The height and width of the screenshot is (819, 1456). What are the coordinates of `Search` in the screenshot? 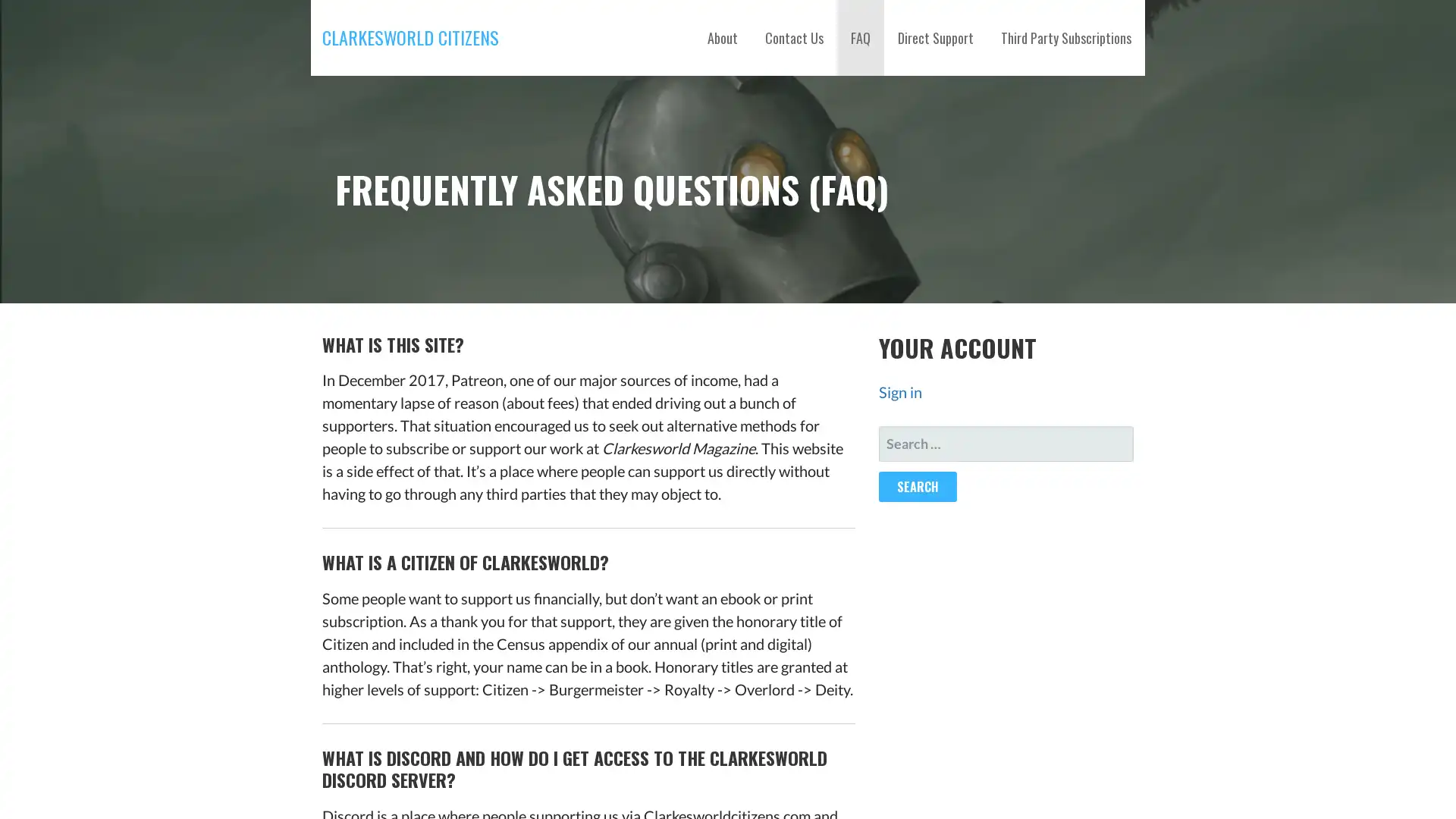 It's located at (916, 486).